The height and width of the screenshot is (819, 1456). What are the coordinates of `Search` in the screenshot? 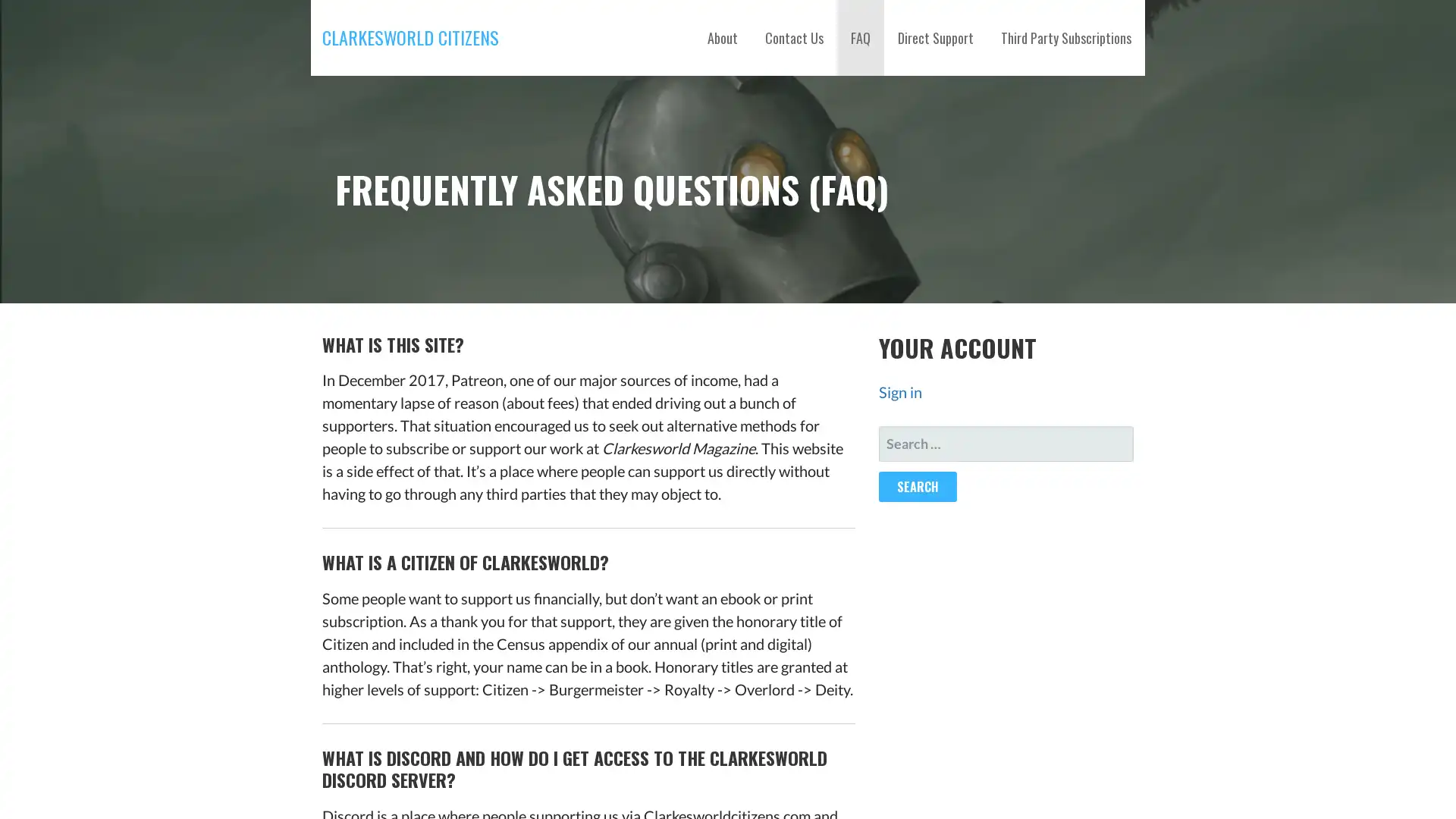 It's located at (916, 486).